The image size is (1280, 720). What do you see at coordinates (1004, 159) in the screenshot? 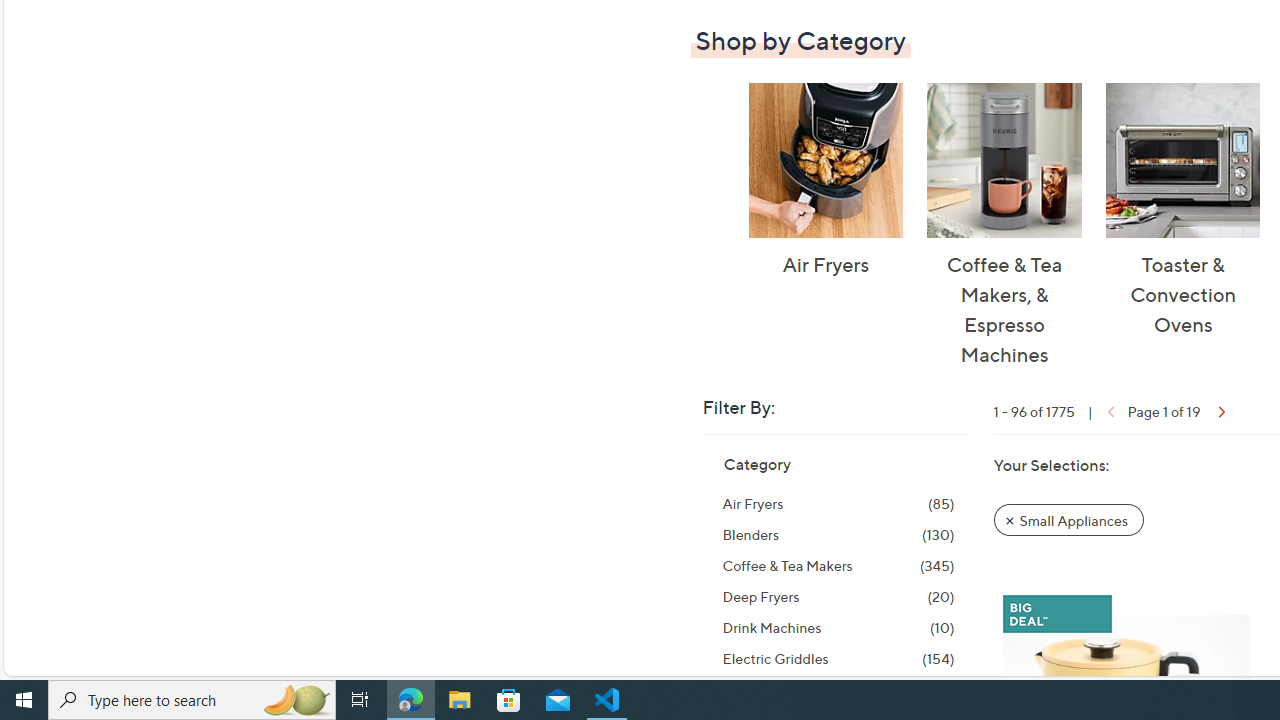
I see `'Coffee & Tea Makers, & Espresso Machines'` at bounding box center [1004, 159].